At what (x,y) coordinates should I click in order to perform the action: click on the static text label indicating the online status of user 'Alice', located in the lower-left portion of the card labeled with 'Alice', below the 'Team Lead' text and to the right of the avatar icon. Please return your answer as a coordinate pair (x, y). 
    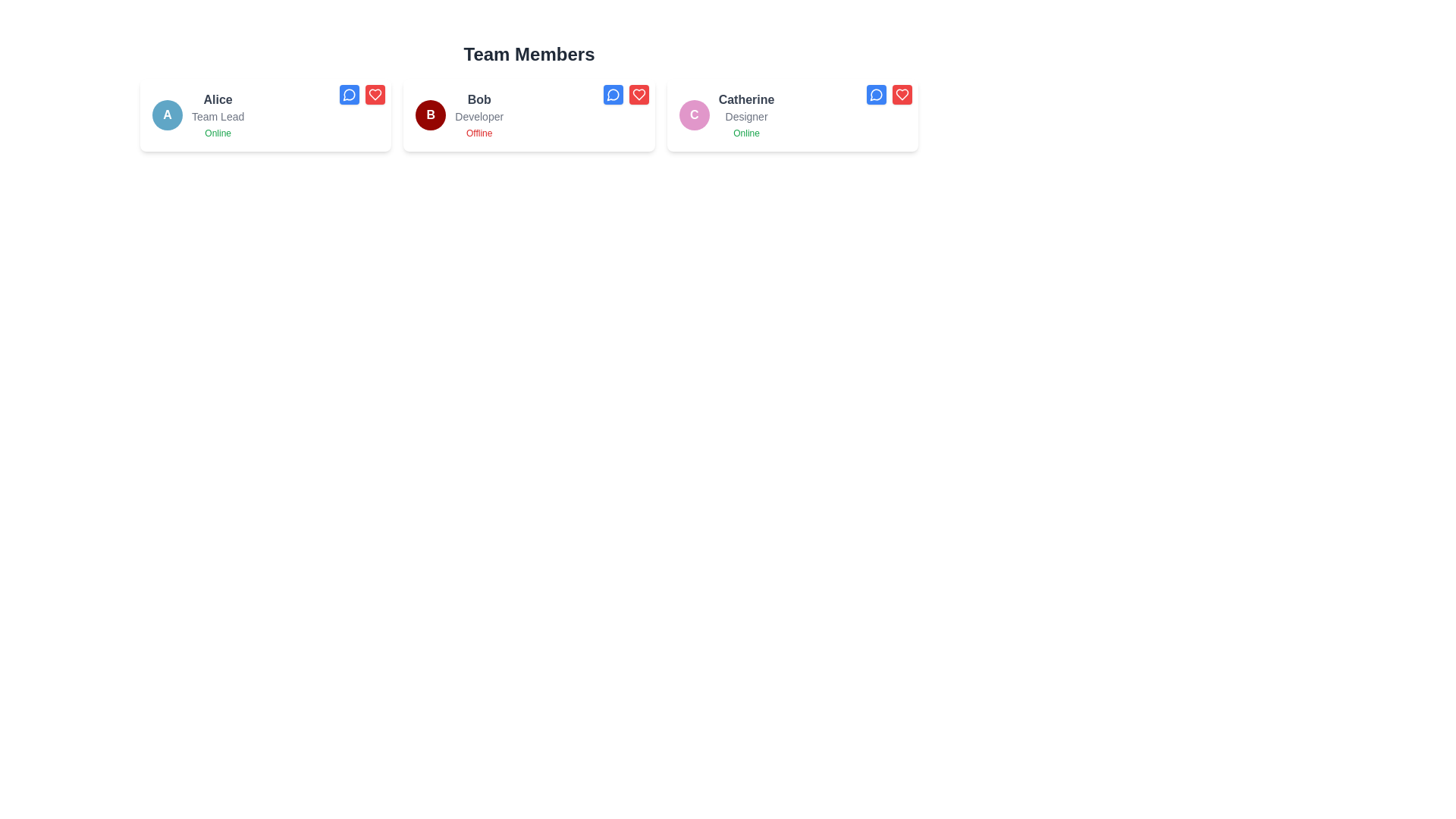
    Looking at the image, I should click on (217, 133).